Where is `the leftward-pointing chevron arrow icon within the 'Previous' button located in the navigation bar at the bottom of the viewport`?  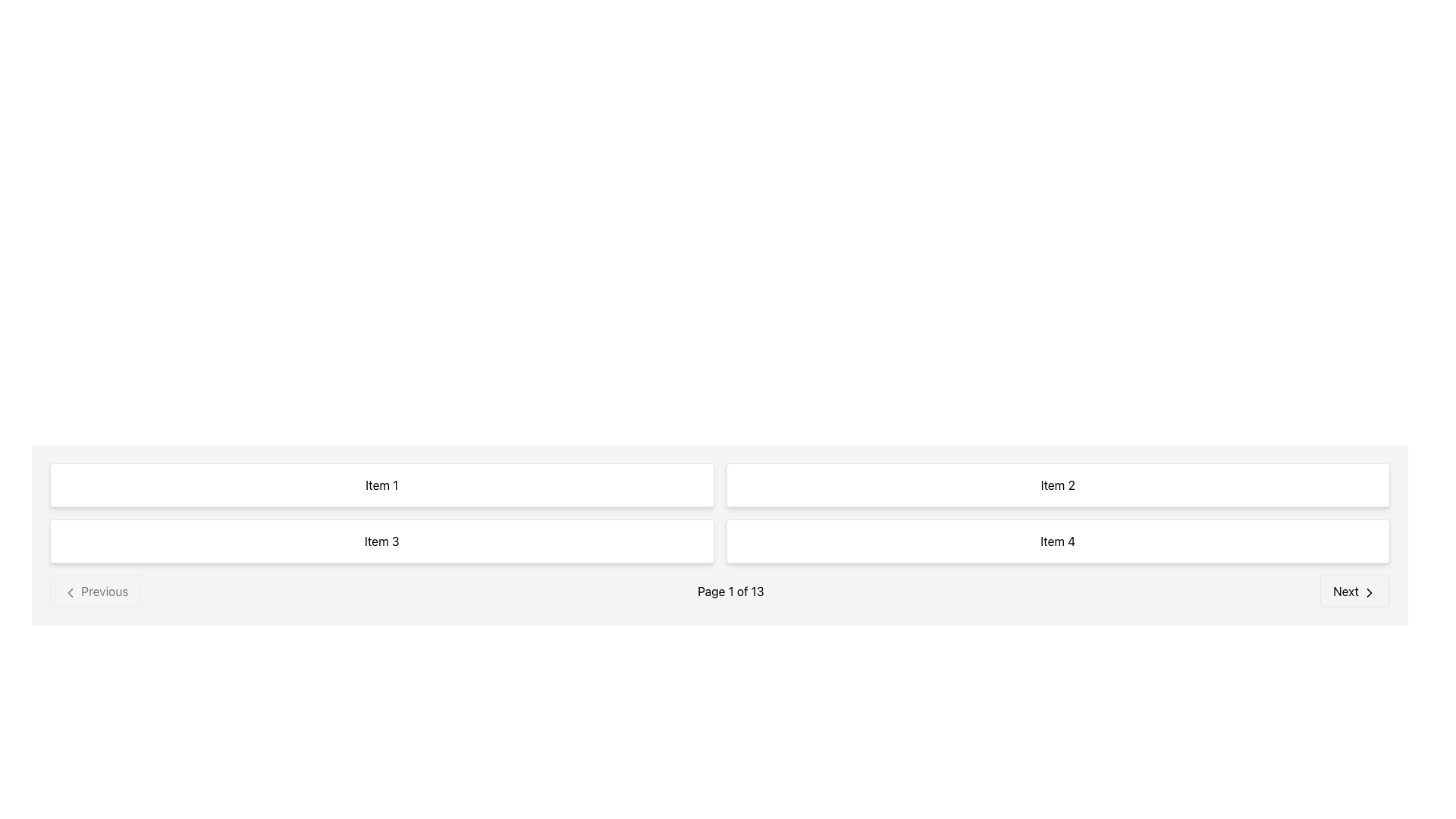 the leftward-pointing chevron arrow icon within the 'Previous' button located in the navigation bar at the bottom of the viewport is located at coordinates (69, 591).